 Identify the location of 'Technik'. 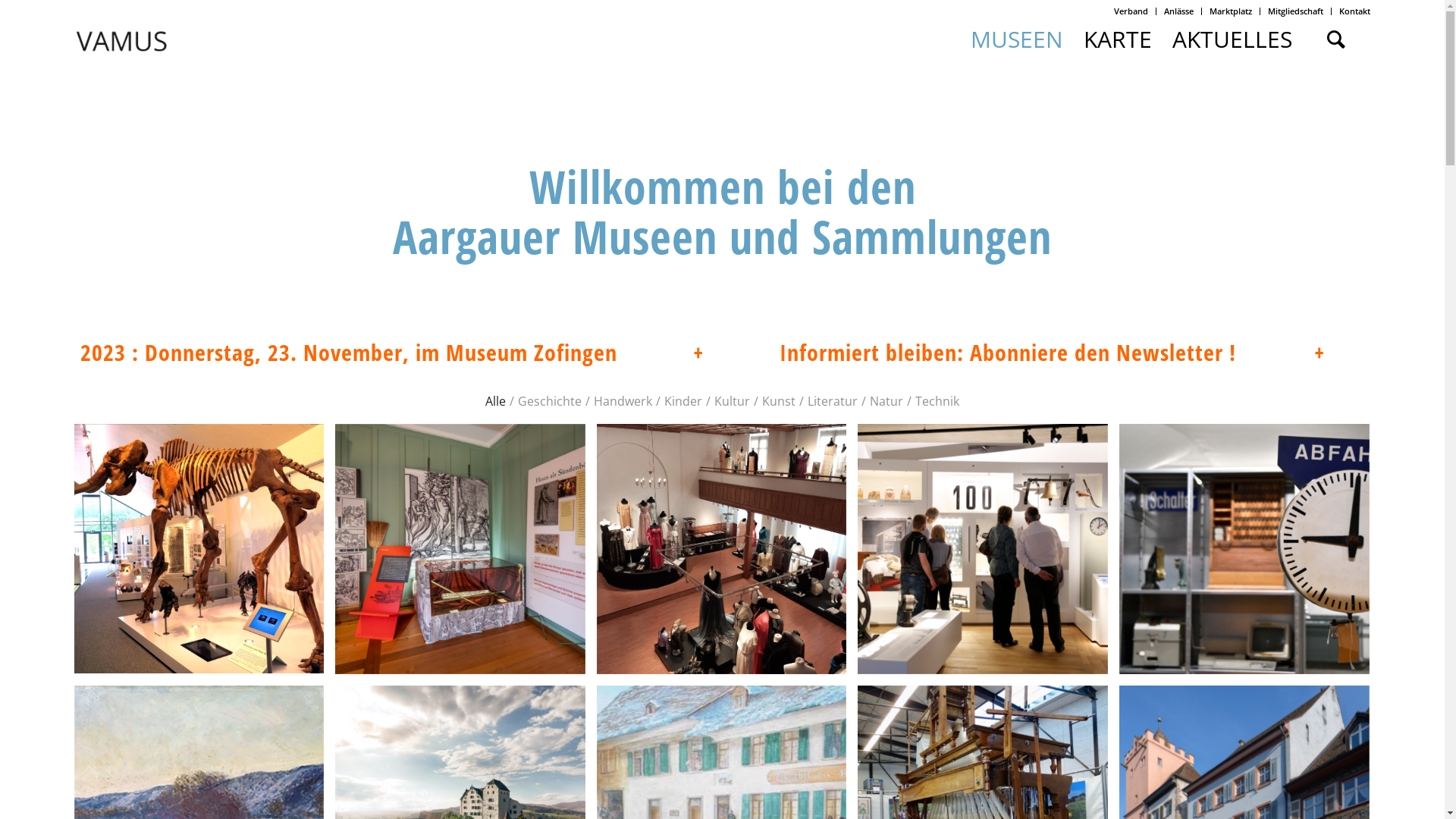
(914, 381).